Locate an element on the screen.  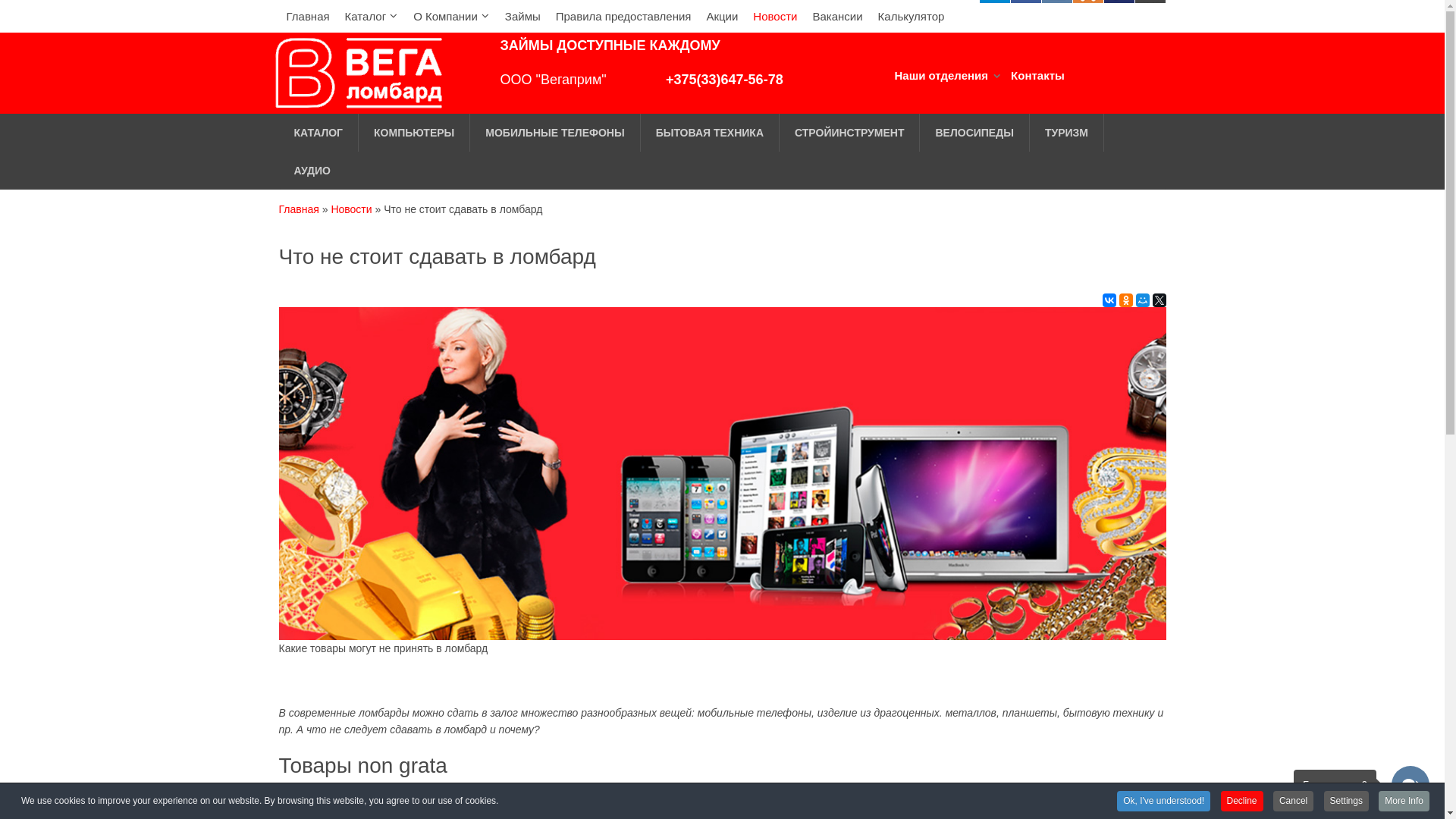
'Settings' is located at coordinates (1346, 800).